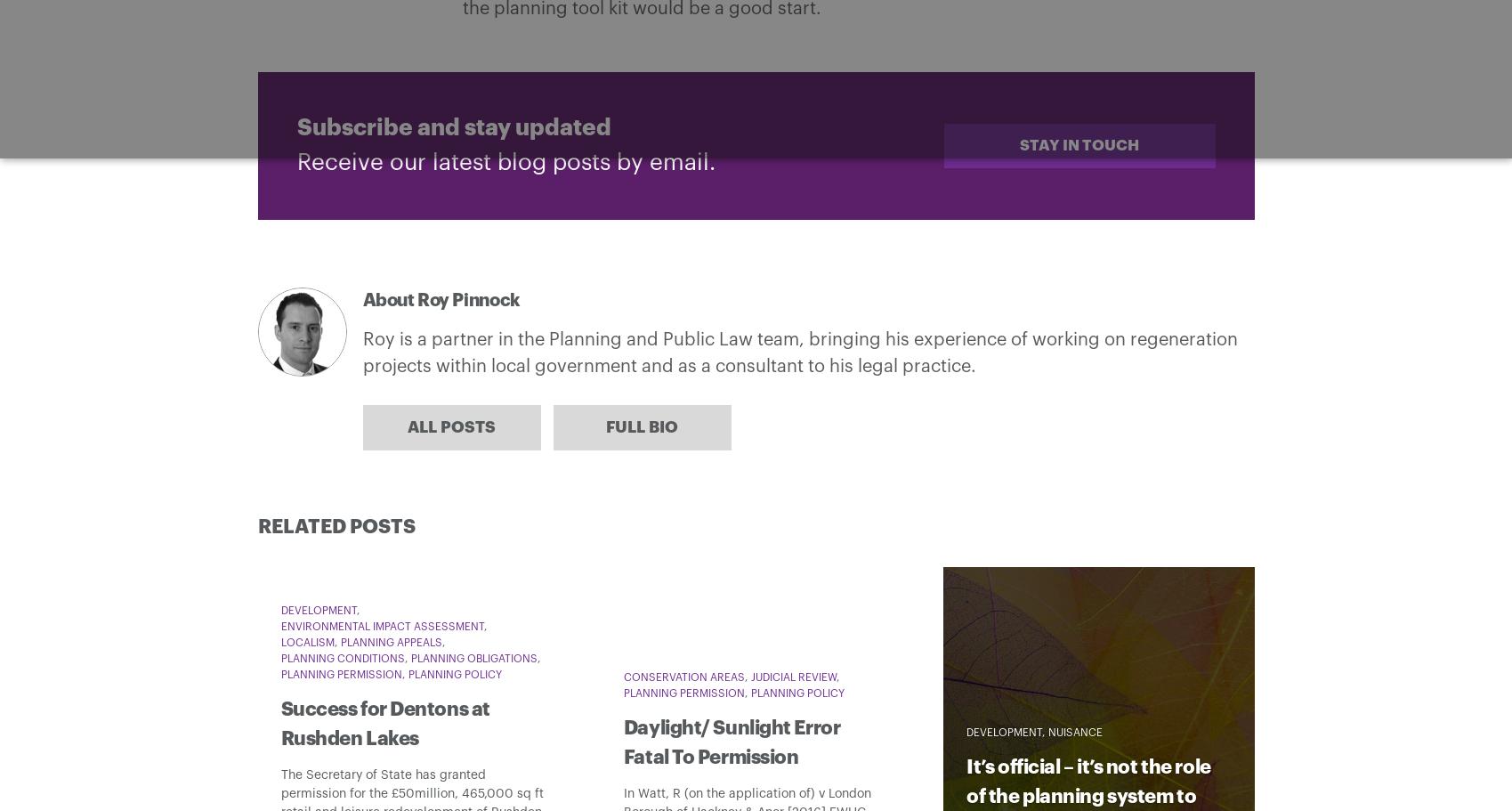 This screenshot has width=1512, height=811. Describe the element at coordinates (683, 676) in the screenshot. I see `'Conservation Areas'` at that location.